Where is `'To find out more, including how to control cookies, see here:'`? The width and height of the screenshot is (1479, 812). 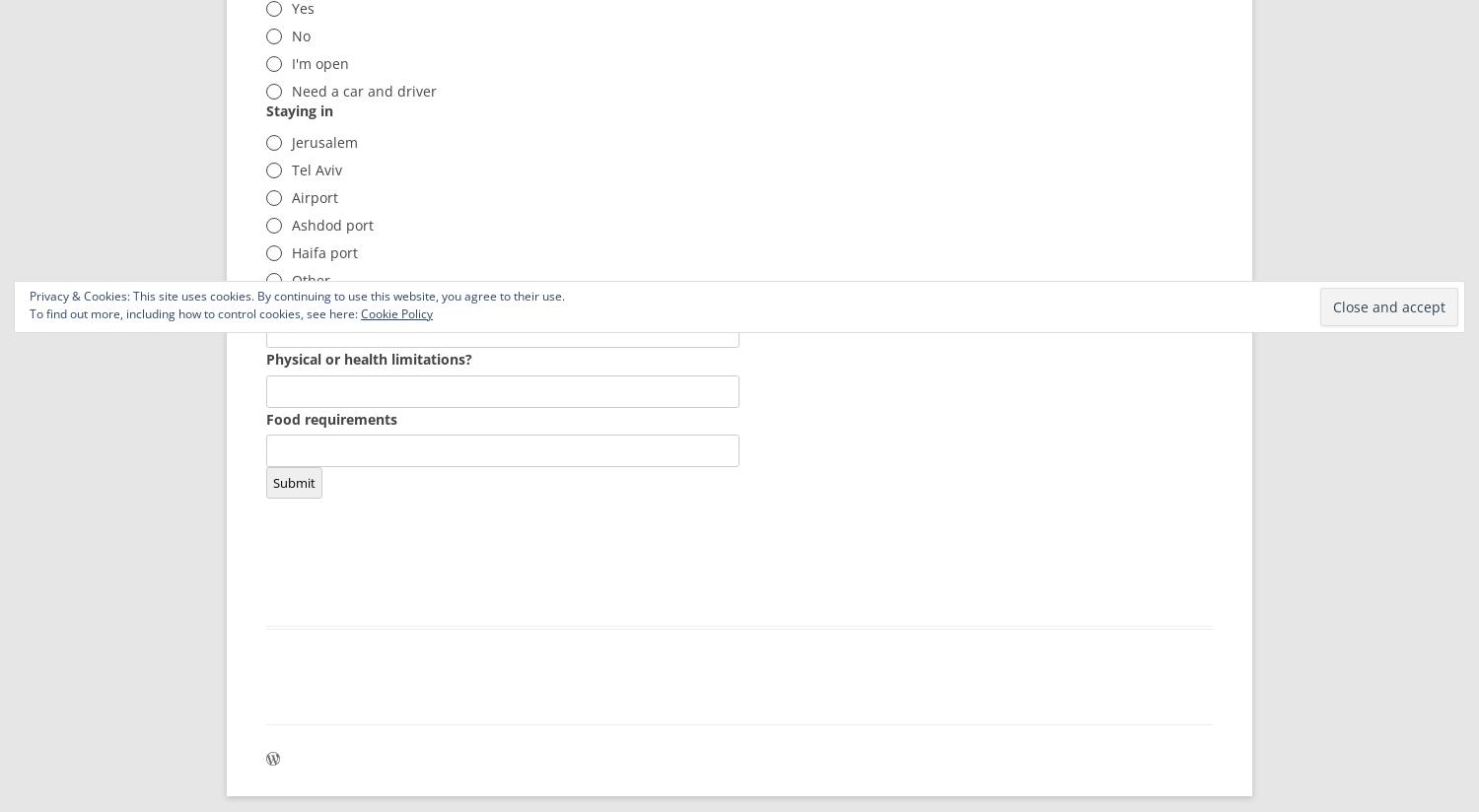
'To find out more, including how to control cookies, see here:' is located at coordinates (194, 313).